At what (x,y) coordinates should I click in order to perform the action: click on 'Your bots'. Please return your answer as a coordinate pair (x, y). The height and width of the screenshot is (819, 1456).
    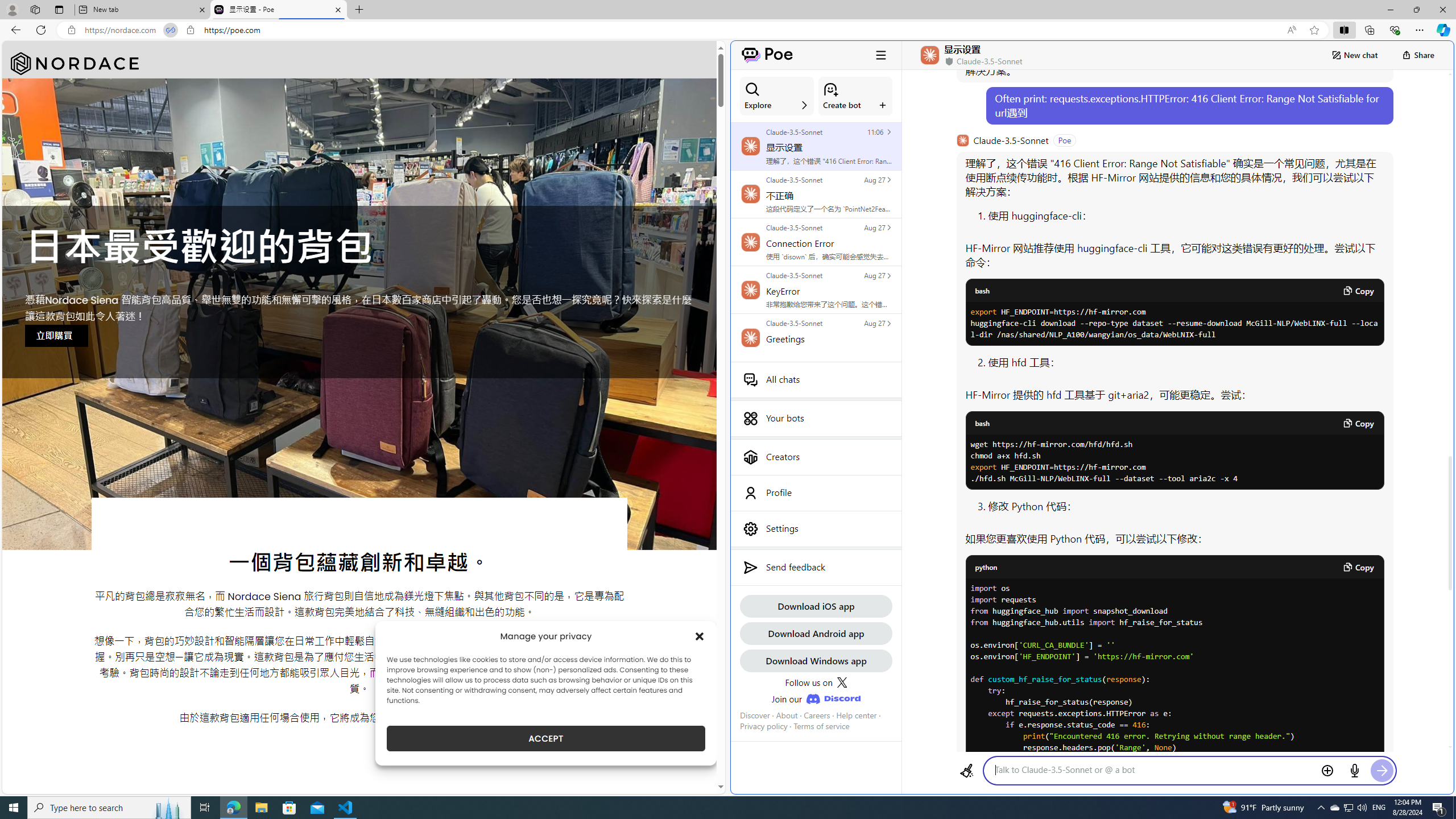
    Looking at the image, I should click on (816, 418).